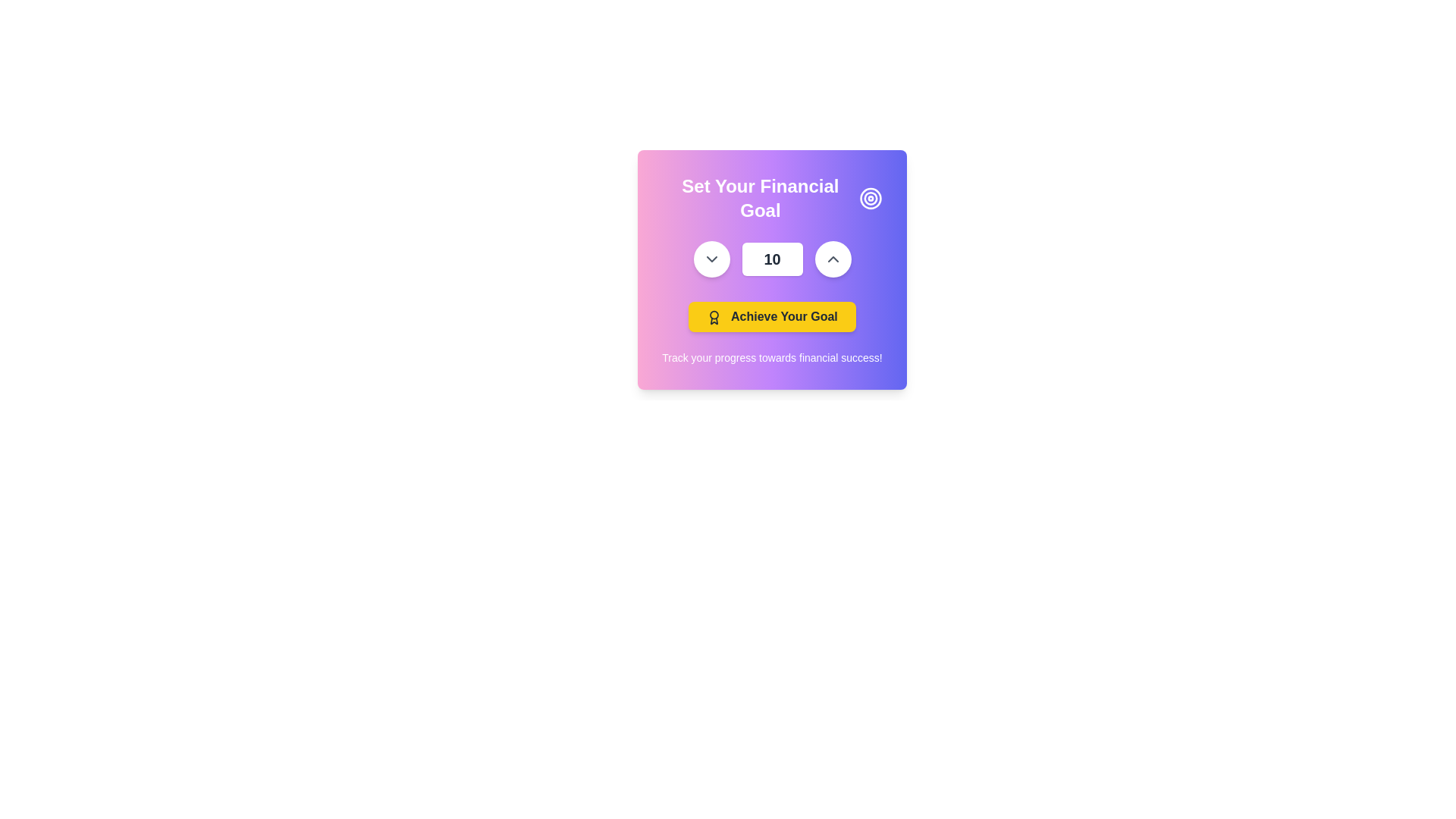  I want to click on the chevron down icon button located inside a circular button on the left side of the goal selection interface, so click(711, 259).